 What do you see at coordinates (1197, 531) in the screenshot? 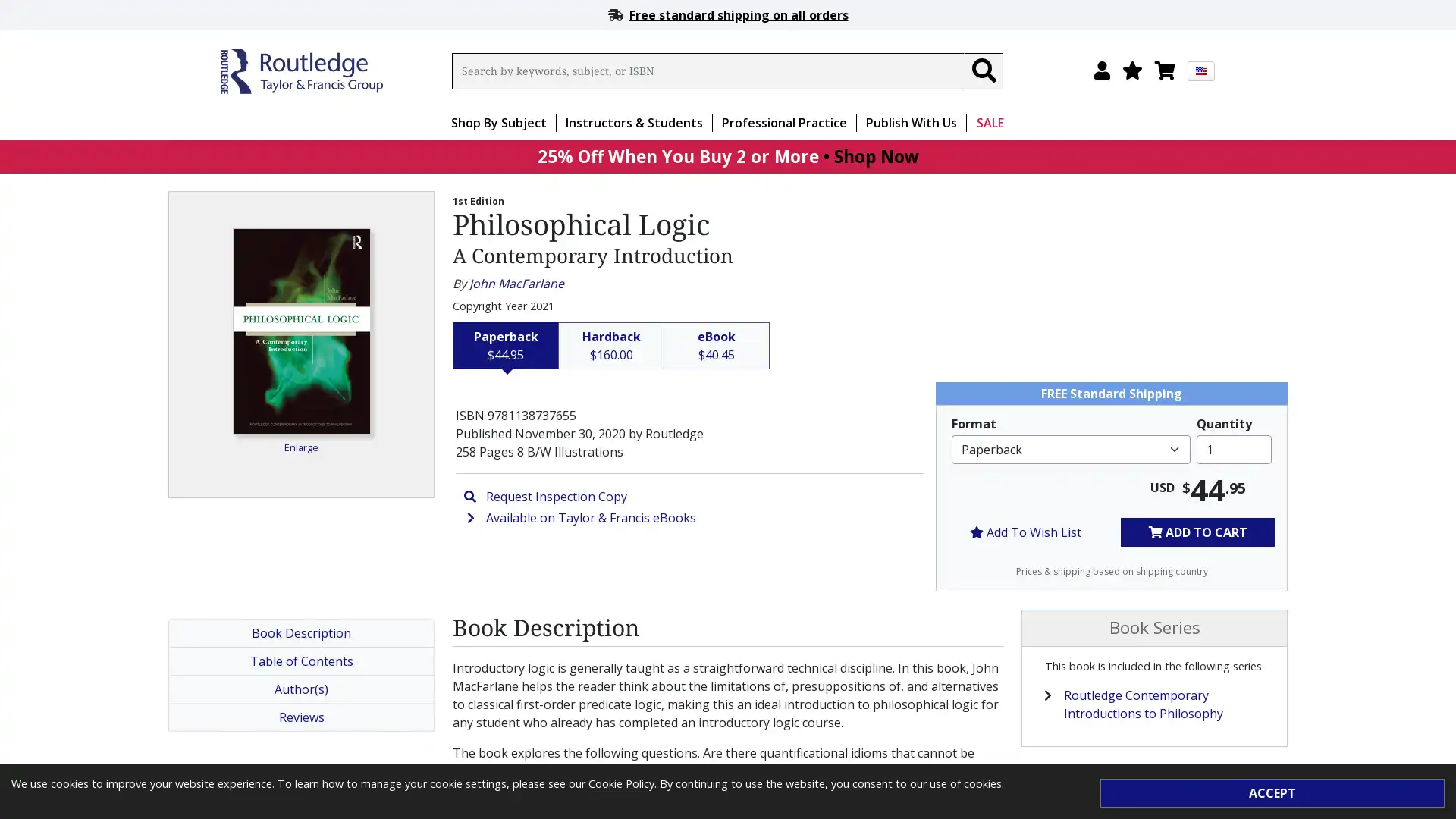
I see `ADD TO CART` at bounding box center [1197, 531].